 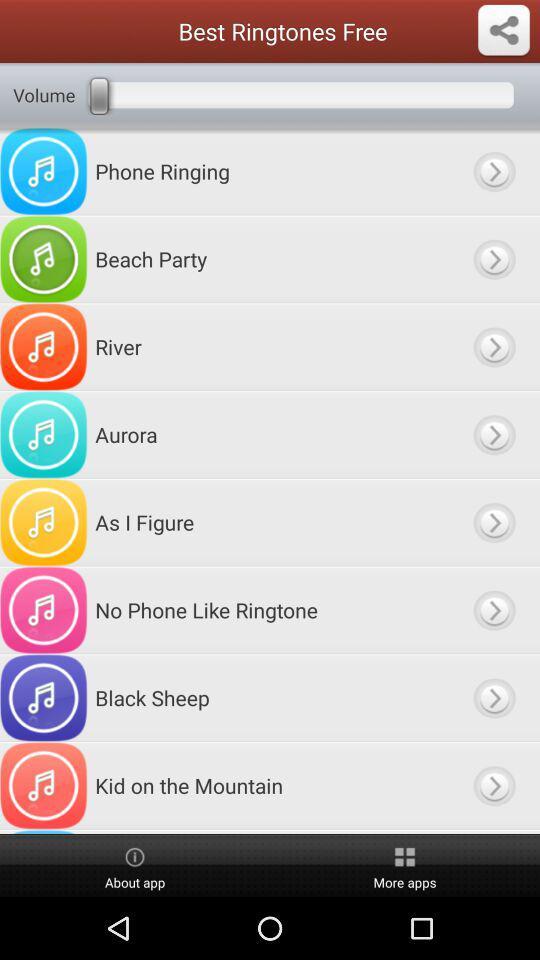 I want to click on track beach party, so click(x=493, y=258).